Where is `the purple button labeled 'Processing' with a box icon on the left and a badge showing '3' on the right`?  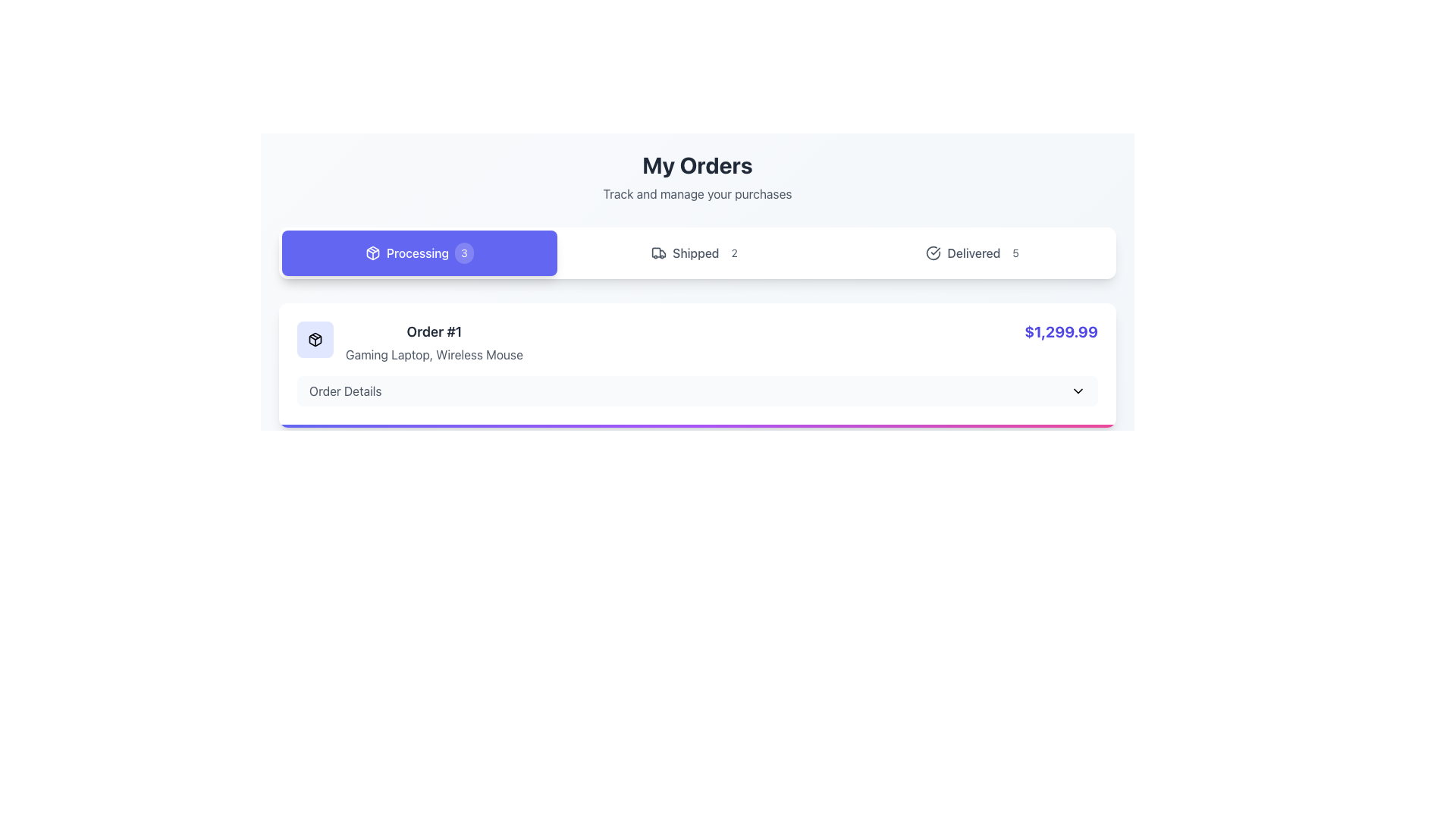
the purple button labeled 'Processing' with a box icon on the left and a badge showing '3' on the right is located at coordinates (419, 253).